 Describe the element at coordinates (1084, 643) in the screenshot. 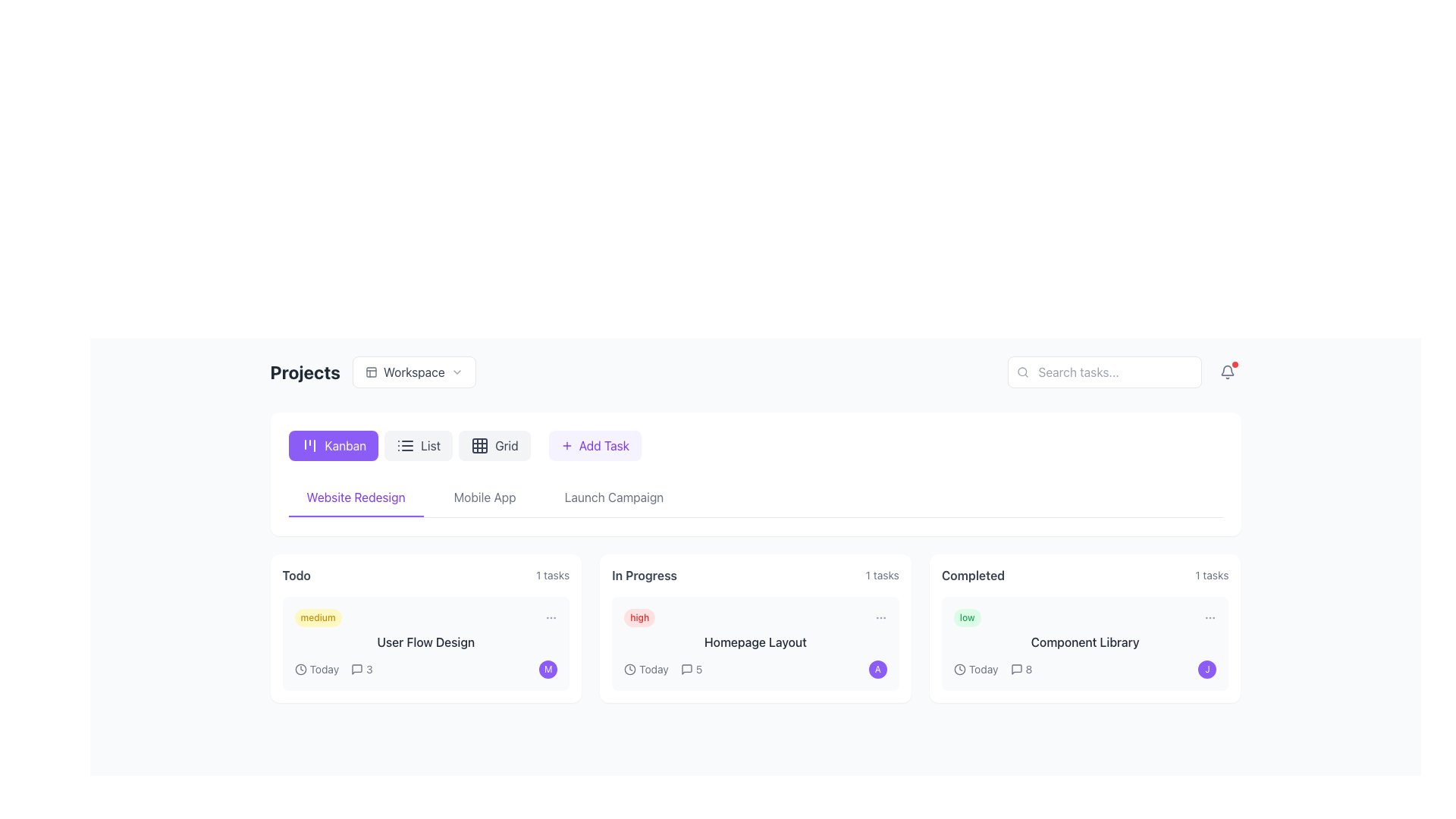

I see `the task card in the 'Completed' column` at that location.